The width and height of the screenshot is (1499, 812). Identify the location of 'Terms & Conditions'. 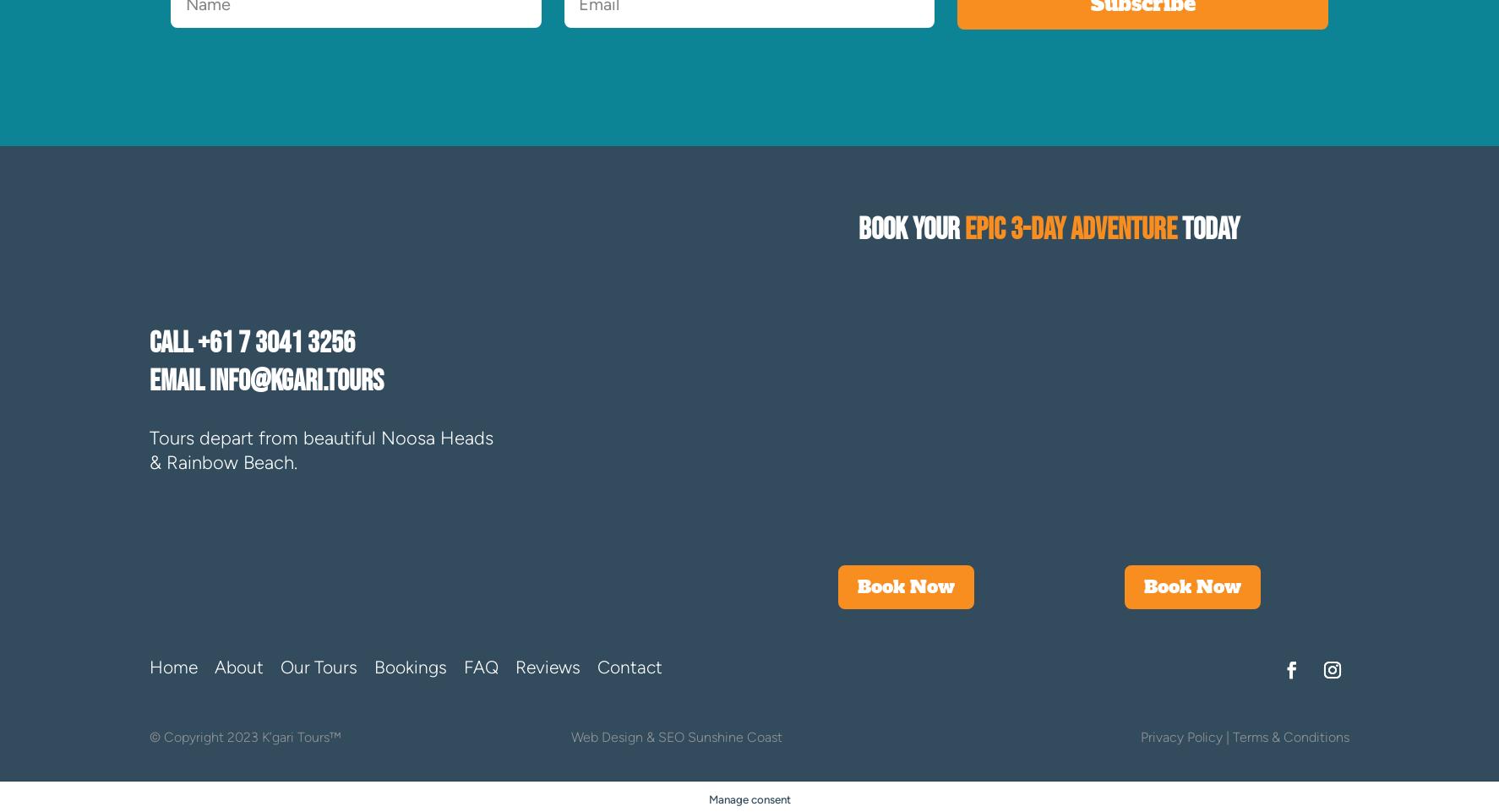
(1290, 736).